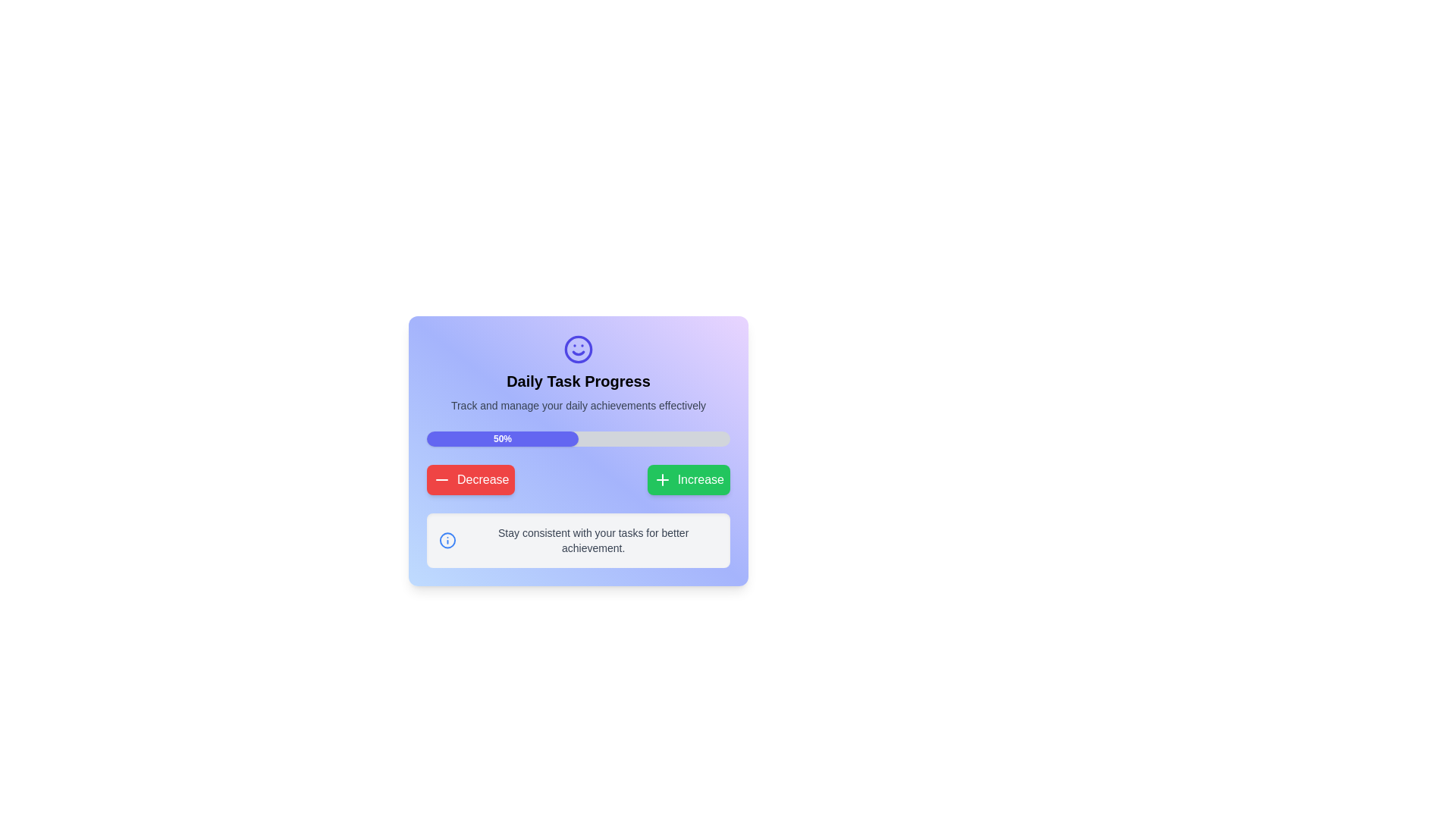  Describe the element at coordinates (578, 380) in the screenshot. I see `the title or headline text element that indicates daily task progress, located just below an icon and above a descriptive text block` at that location.